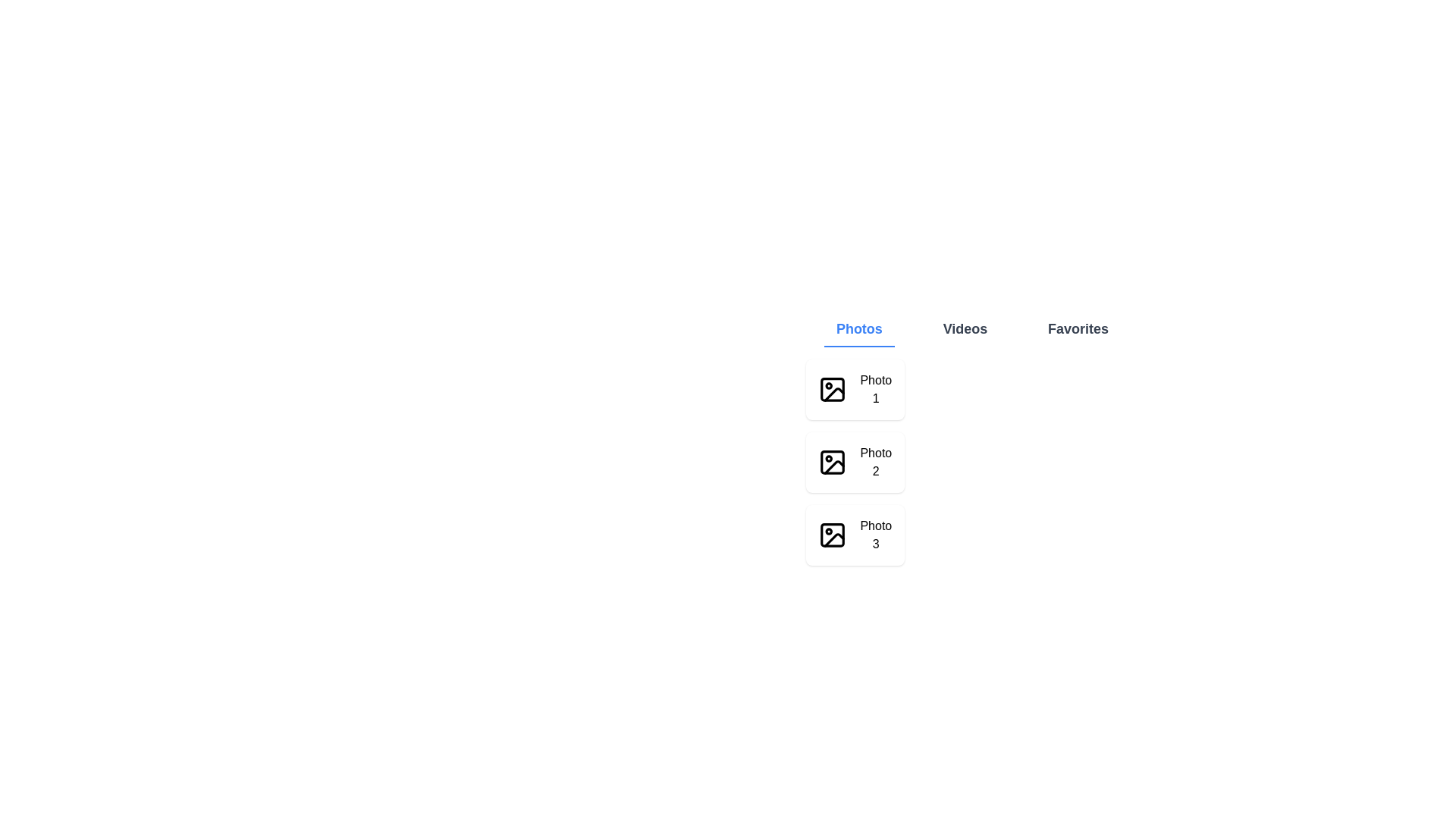 The image size is (1456, 819). What do you see at coordinates (855, 461) in the screenshot?
I see `the interactive list item representing 'Photo 2'` at bounding box center [855, 461].